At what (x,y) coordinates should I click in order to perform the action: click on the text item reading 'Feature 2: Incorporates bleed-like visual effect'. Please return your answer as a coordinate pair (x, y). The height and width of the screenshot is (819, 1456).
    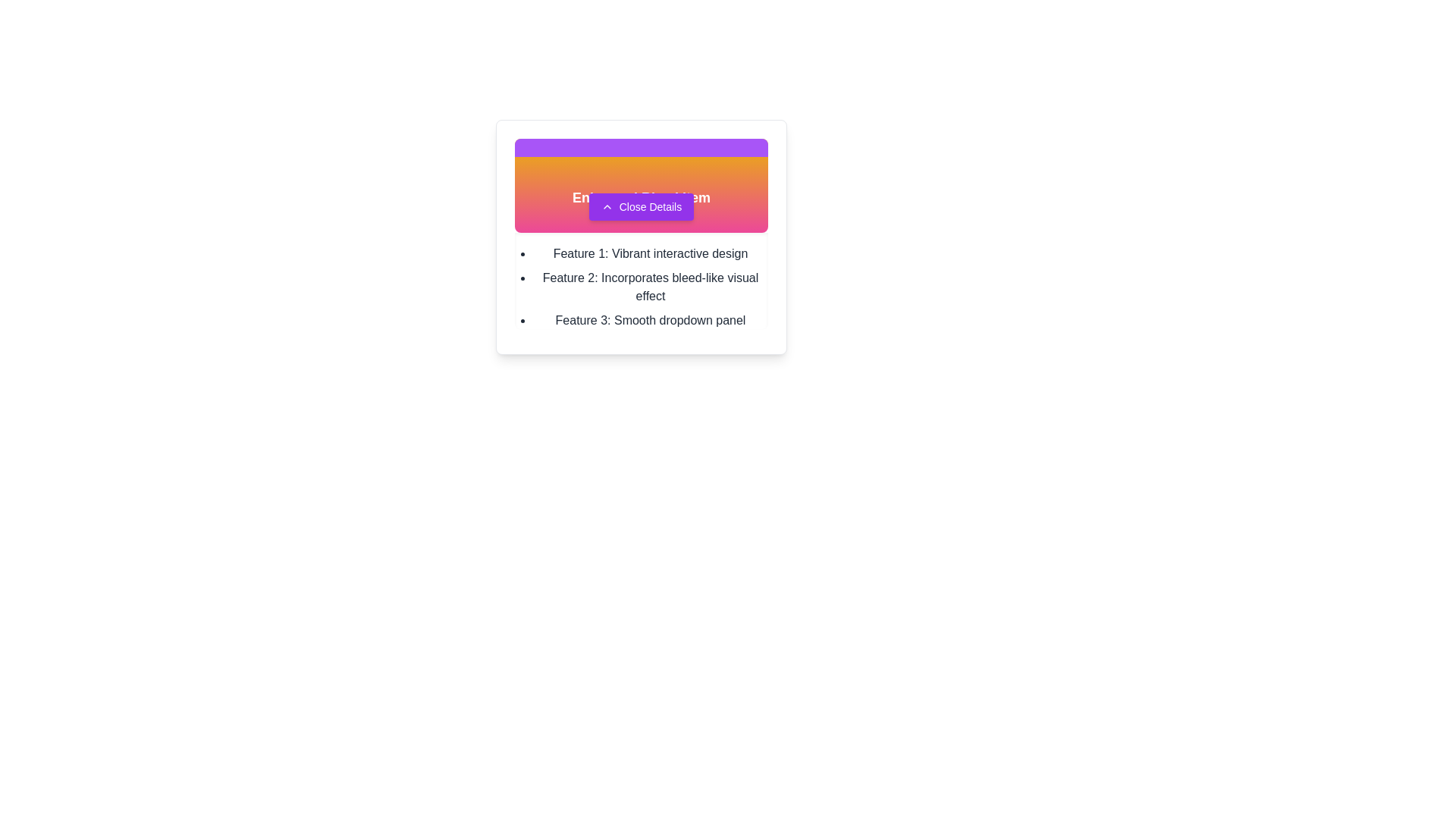
    Looking at the image, I should click on (651, 287).